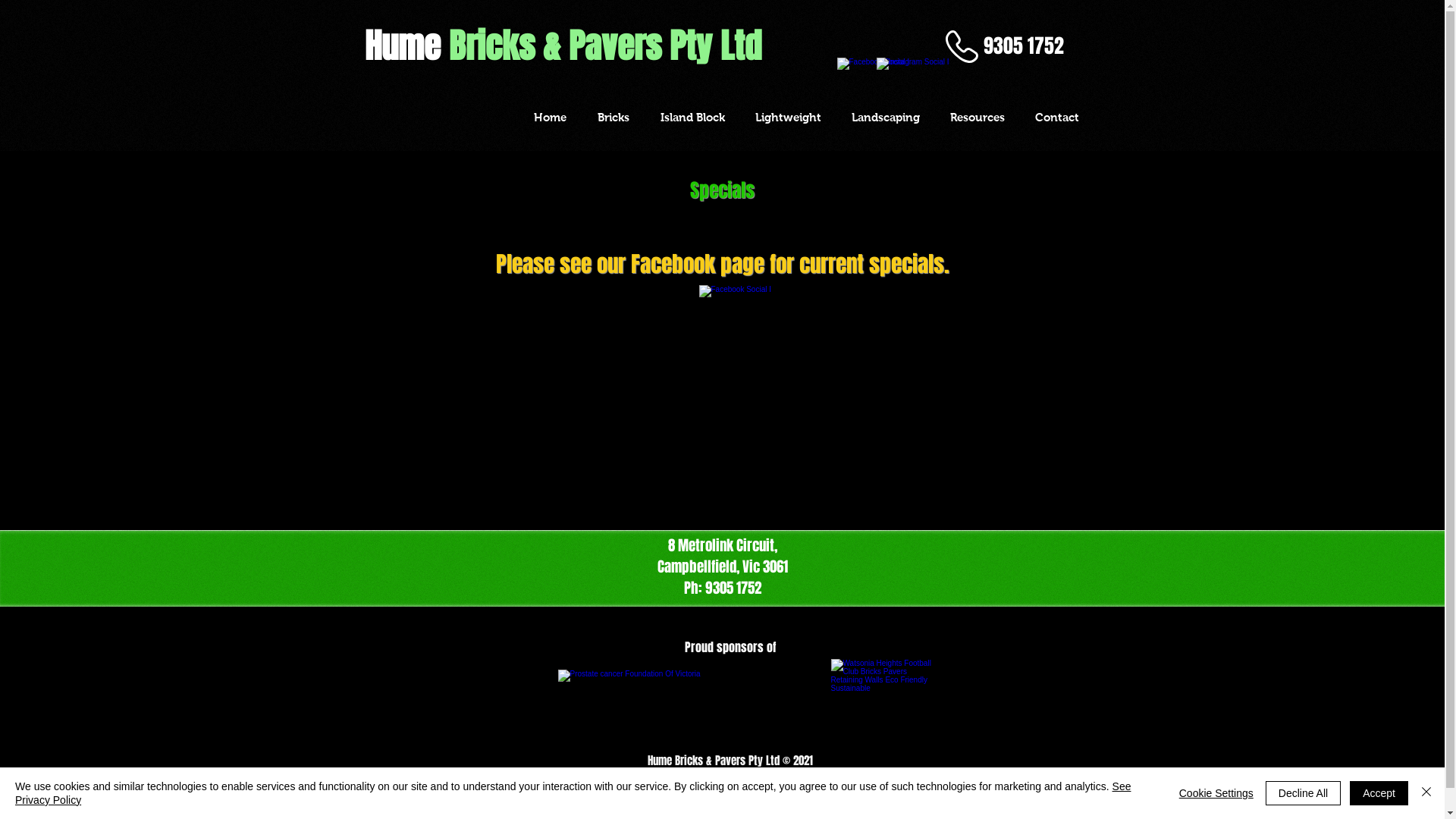 The image size is (1456, 819). What do you see at coordinates (976, 116) in the screenshot?
I see `'Resources'` at bounding box center [976, 116].